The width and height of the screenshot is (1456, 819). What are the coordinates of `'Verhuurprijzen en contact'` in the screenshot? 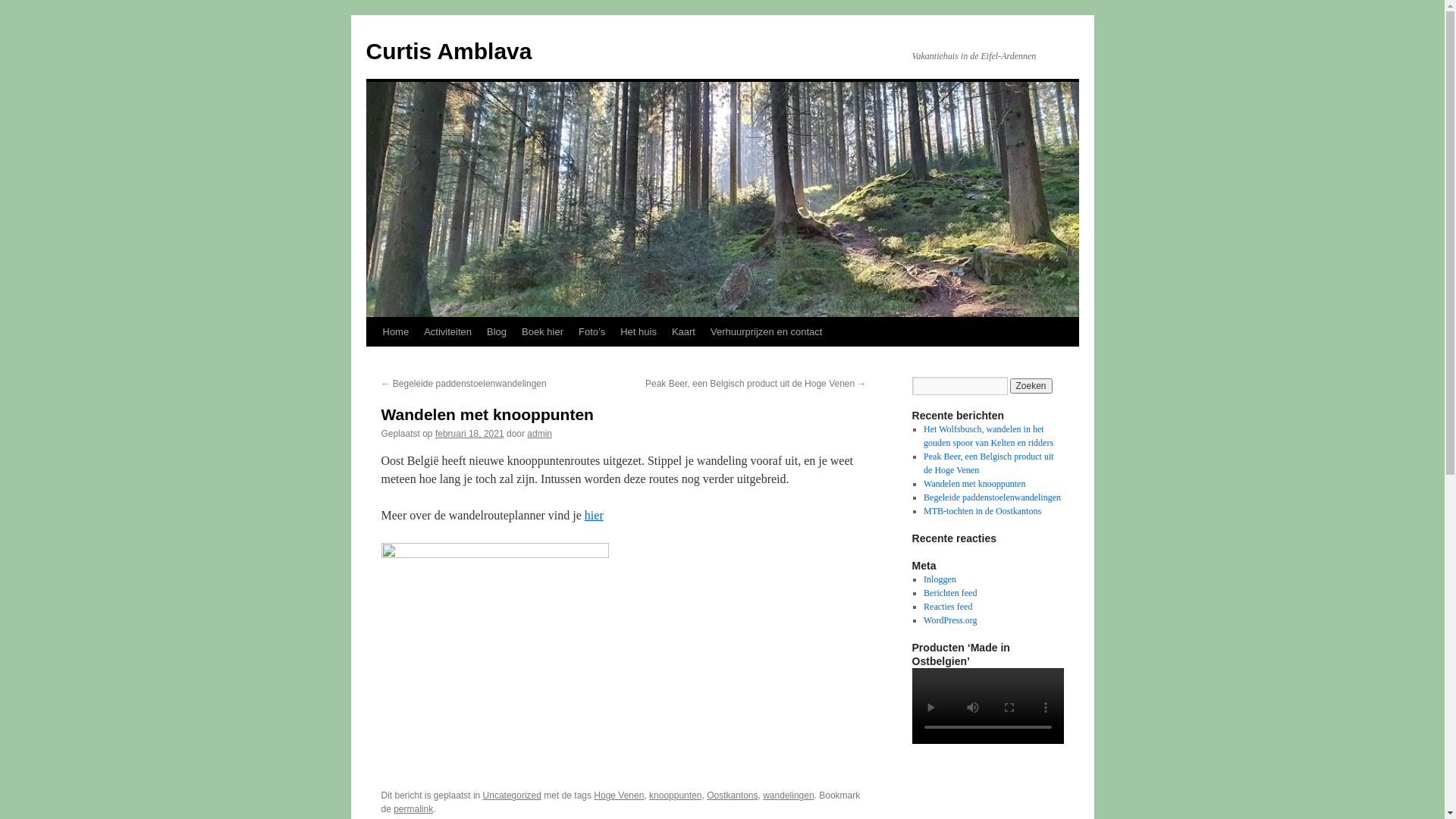 It's located at (766, 331).